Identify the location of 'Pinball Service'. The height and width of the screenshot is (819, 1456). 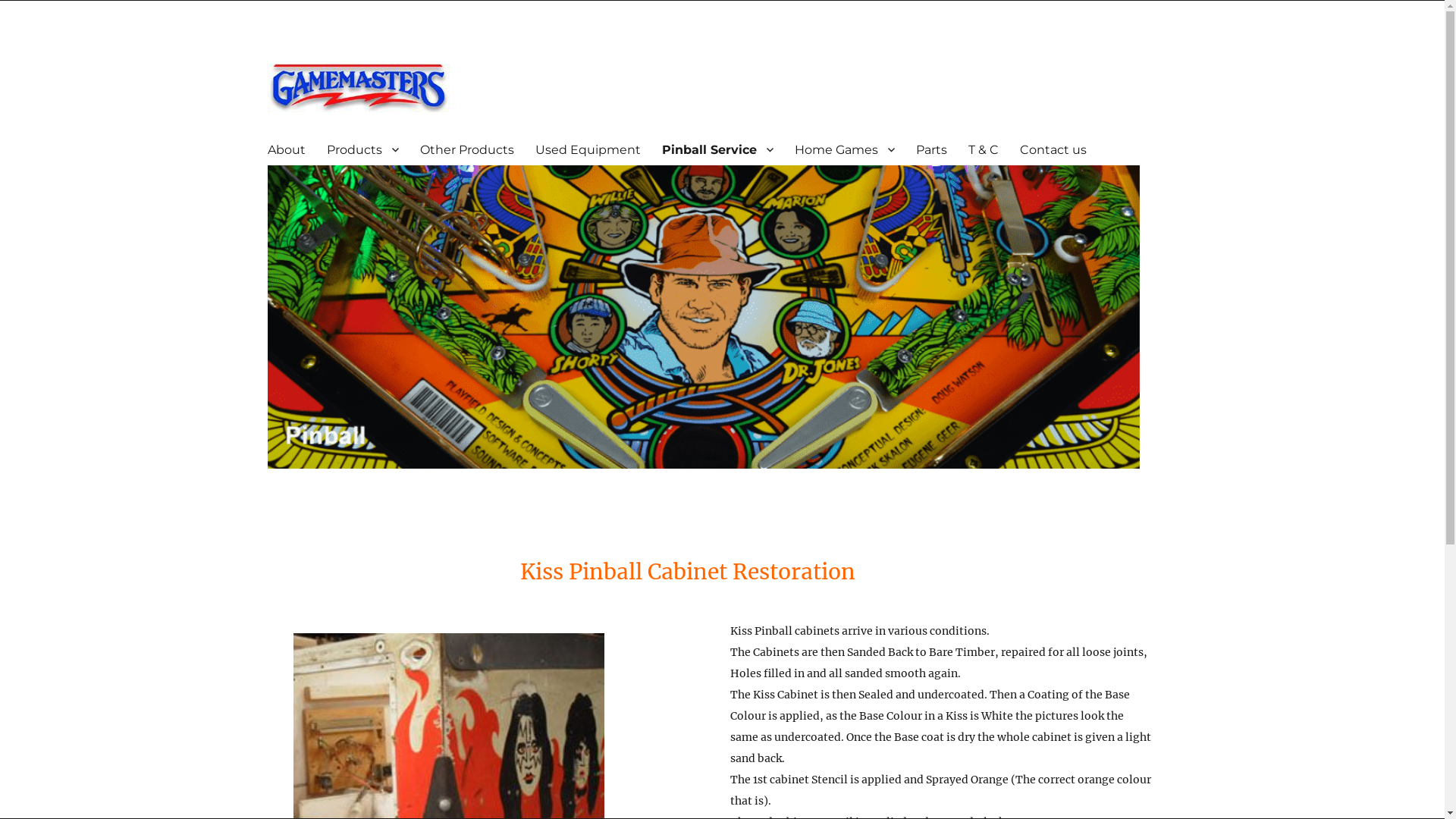
(716, 149).